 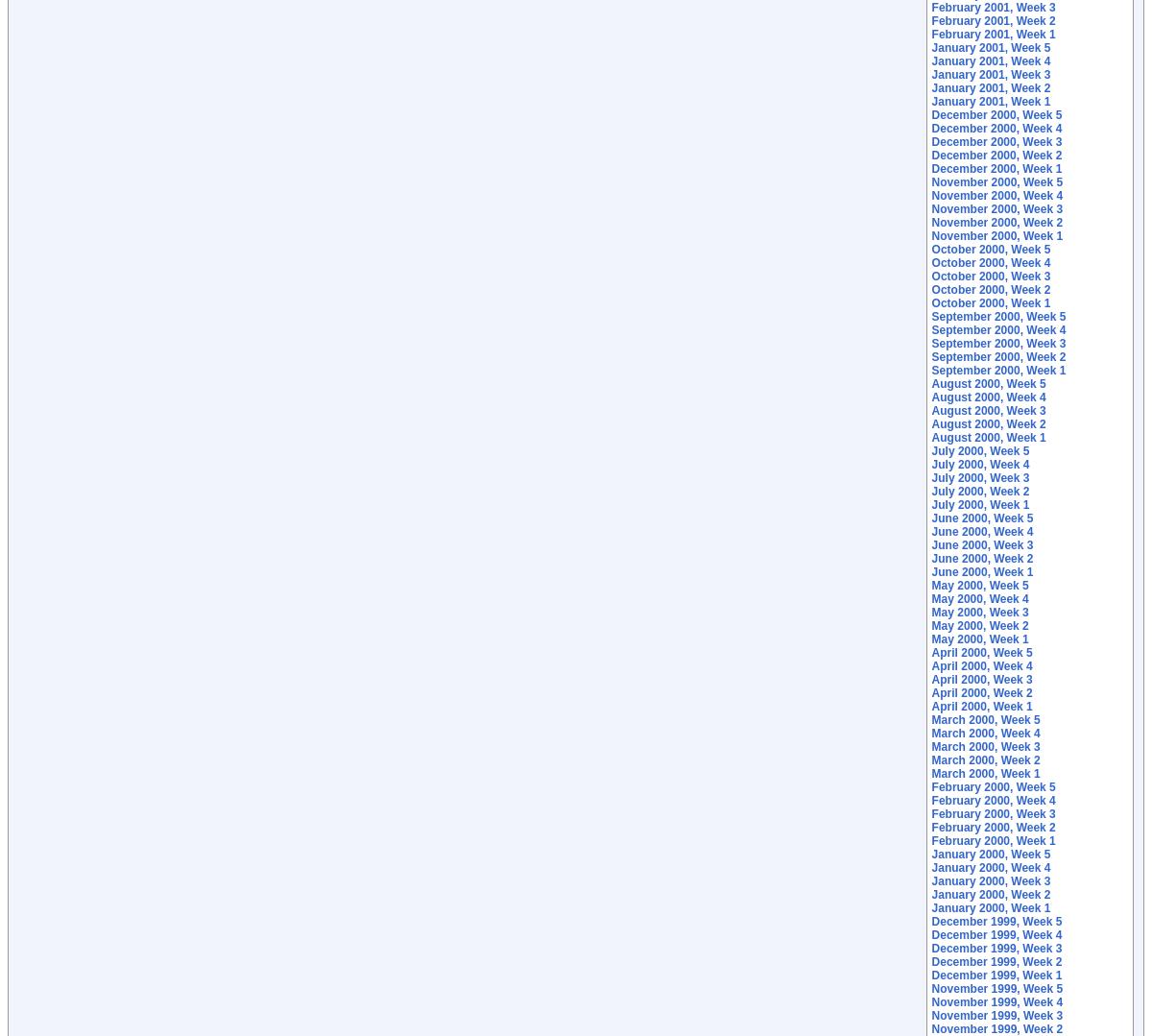 What do you see at coordinates (996, 168) in the screenshot?
I see `'December 2000, Week 1'` at bounding box center [996, 168].